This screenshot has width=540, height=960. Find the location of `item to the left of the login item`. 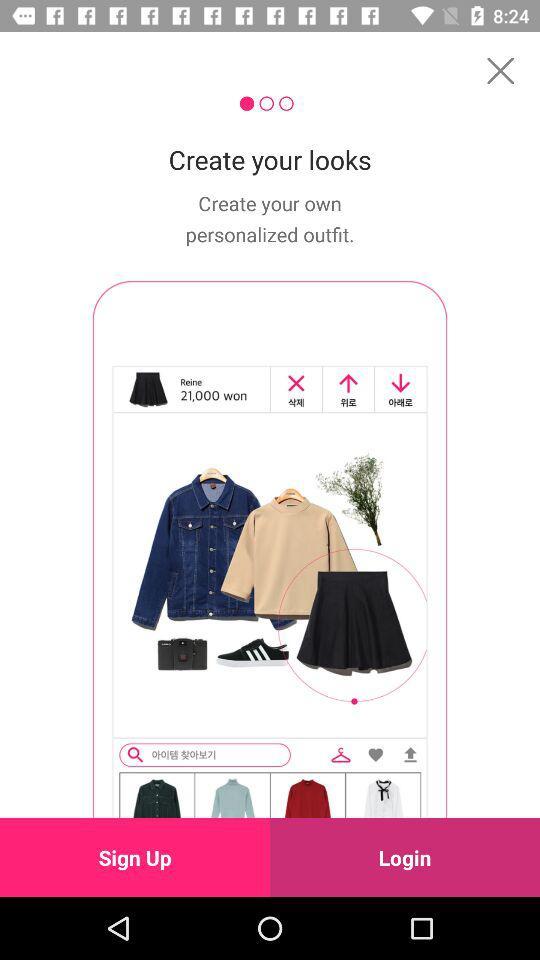

item to the left of the login item is located at coordinates (135, 856).